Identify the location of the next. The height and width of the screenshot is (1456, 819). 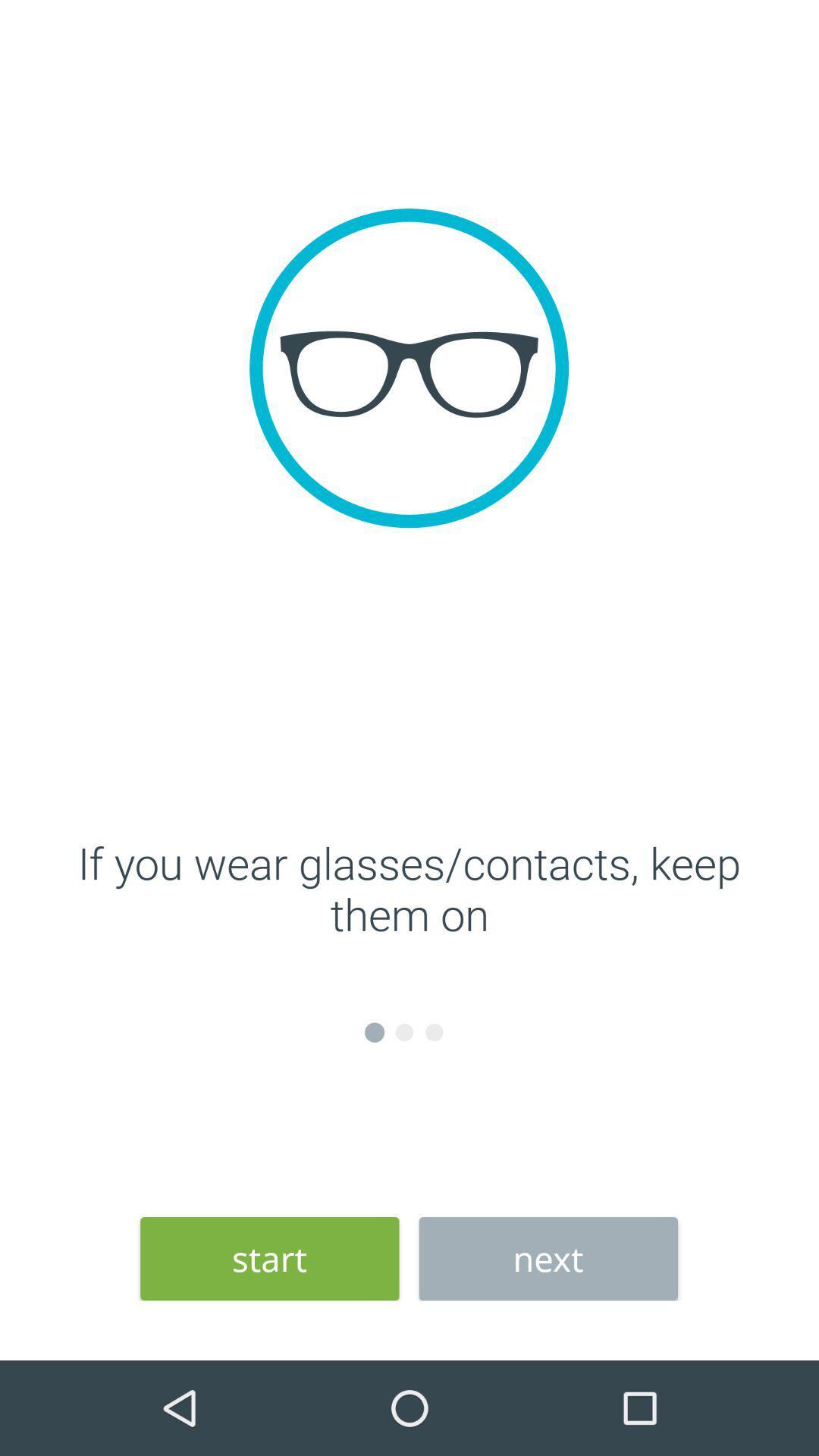
(548, 1259).